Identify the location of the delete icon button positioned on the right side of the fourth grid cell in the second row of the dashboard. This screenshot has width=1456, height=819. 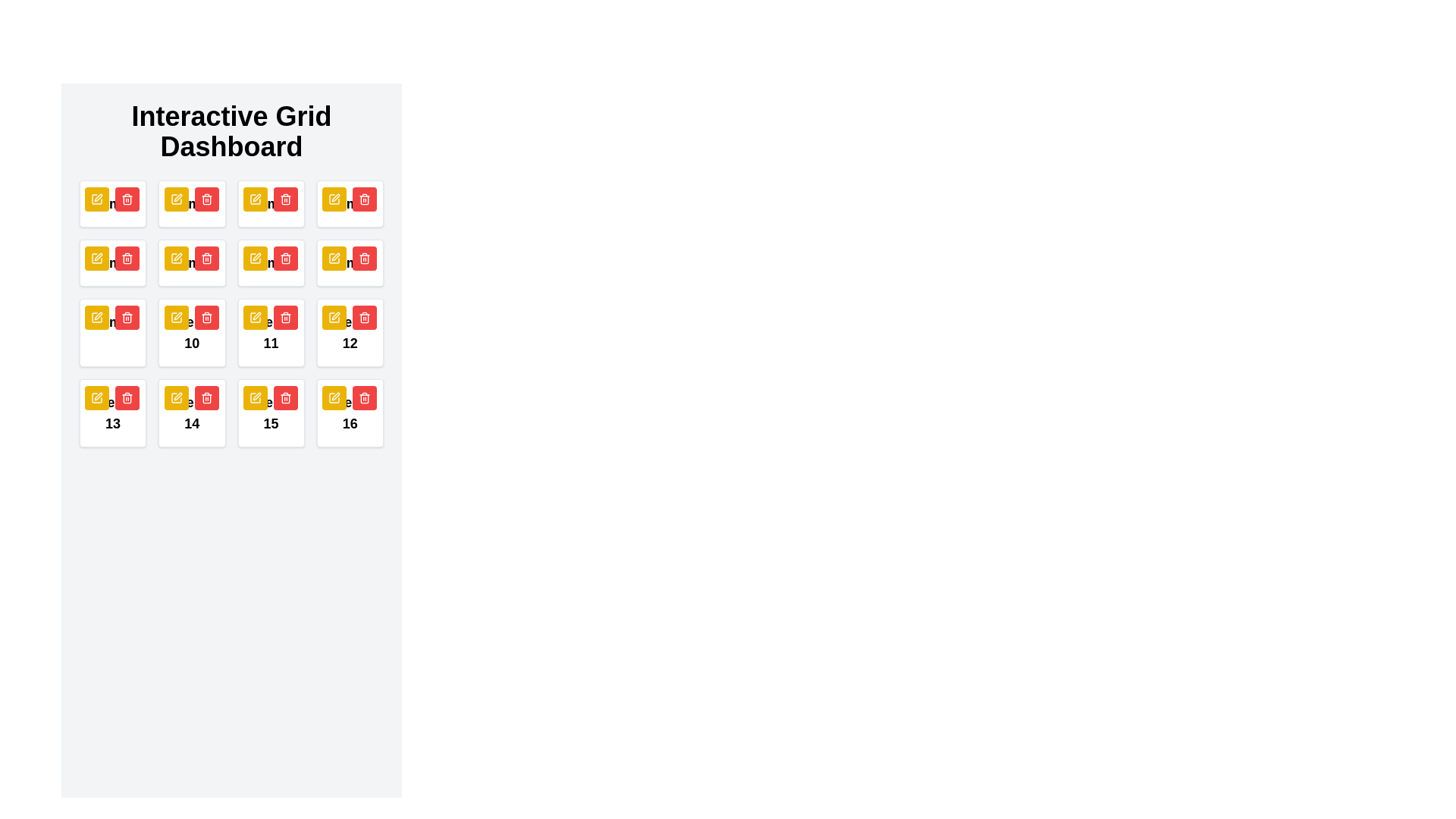
(127, 317).